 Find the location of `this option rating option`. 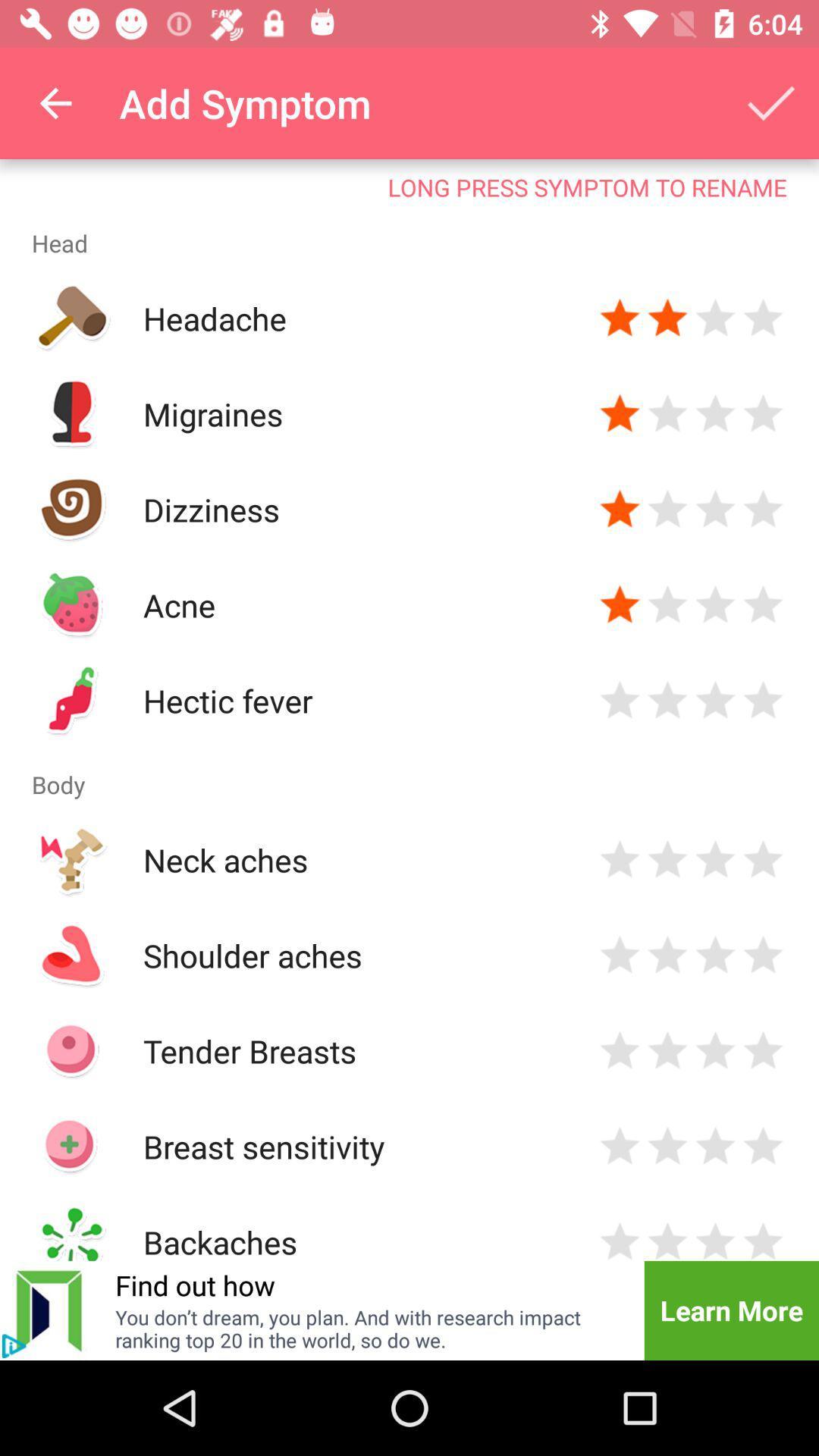

this option rating option is located at coordinates (667, 510).